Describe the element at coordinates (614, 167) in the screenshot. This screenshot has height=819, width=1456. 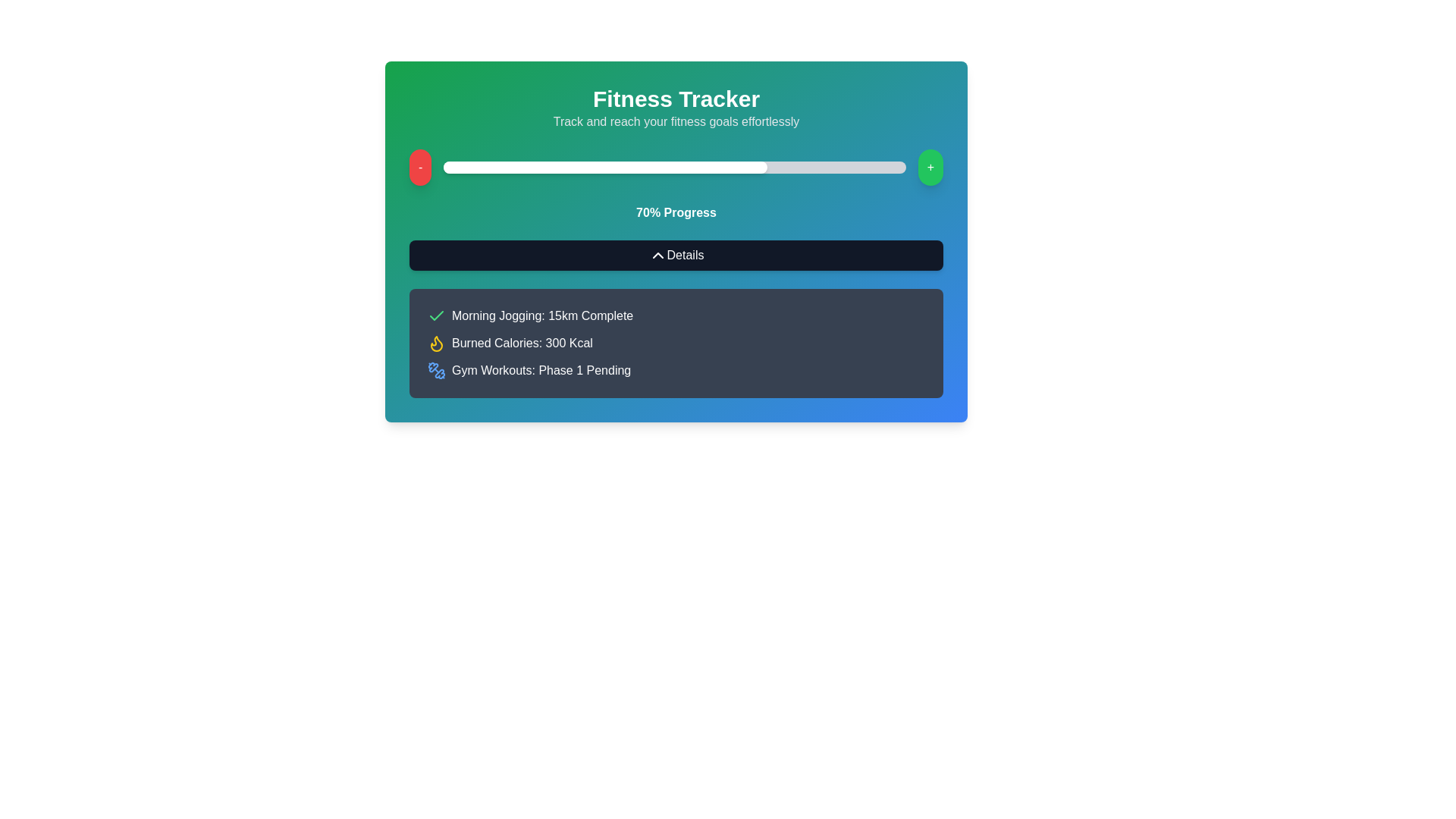
I see `progress` at that location.